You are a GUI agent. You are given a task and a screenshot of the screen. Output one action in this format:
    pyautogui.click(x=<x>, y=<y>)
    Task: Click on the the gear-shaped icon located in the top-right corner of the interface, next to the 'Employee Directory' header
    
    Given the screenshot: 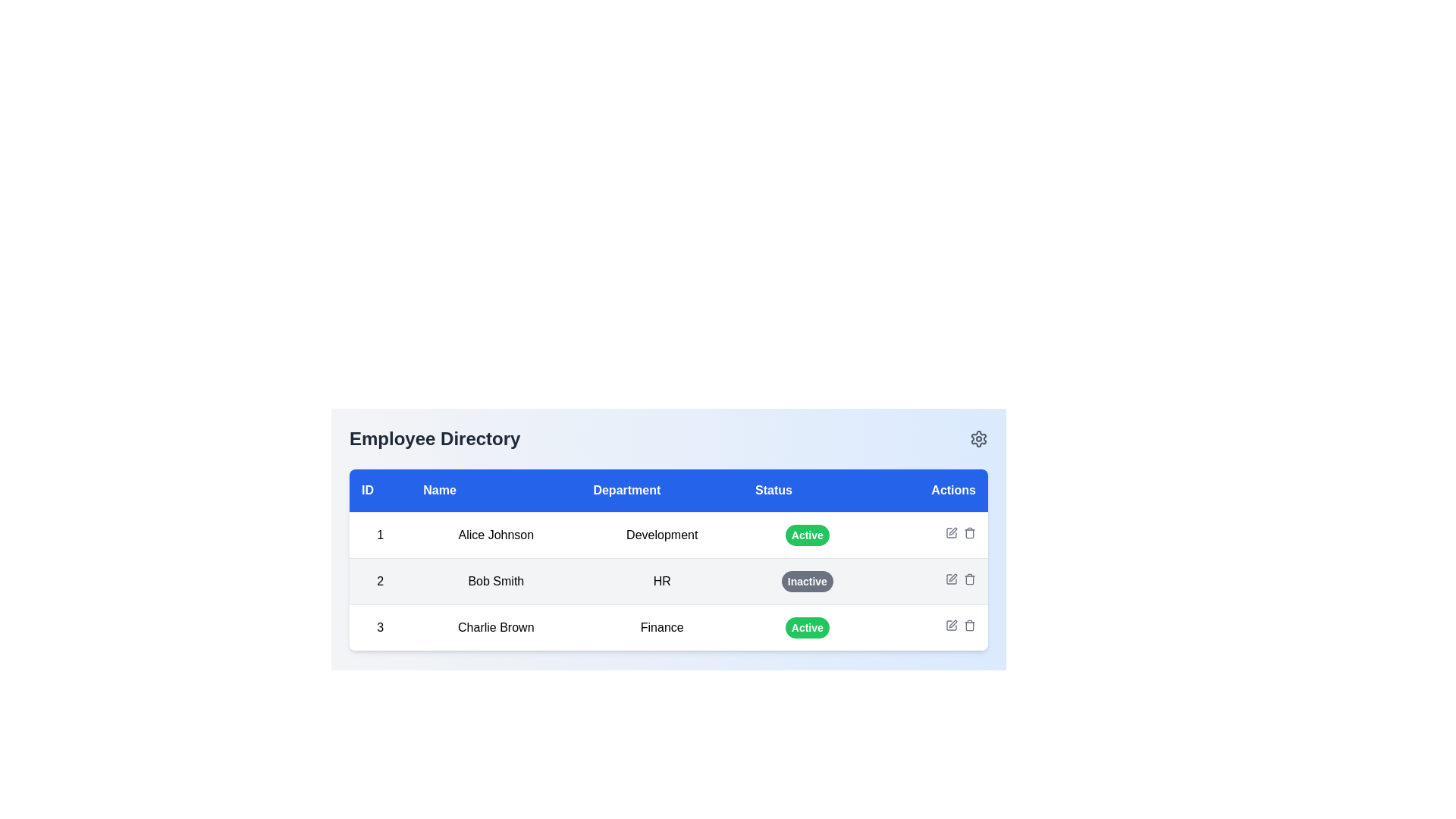 What is the action you would take?
    pyautogui.click(x=979, y=438)
    